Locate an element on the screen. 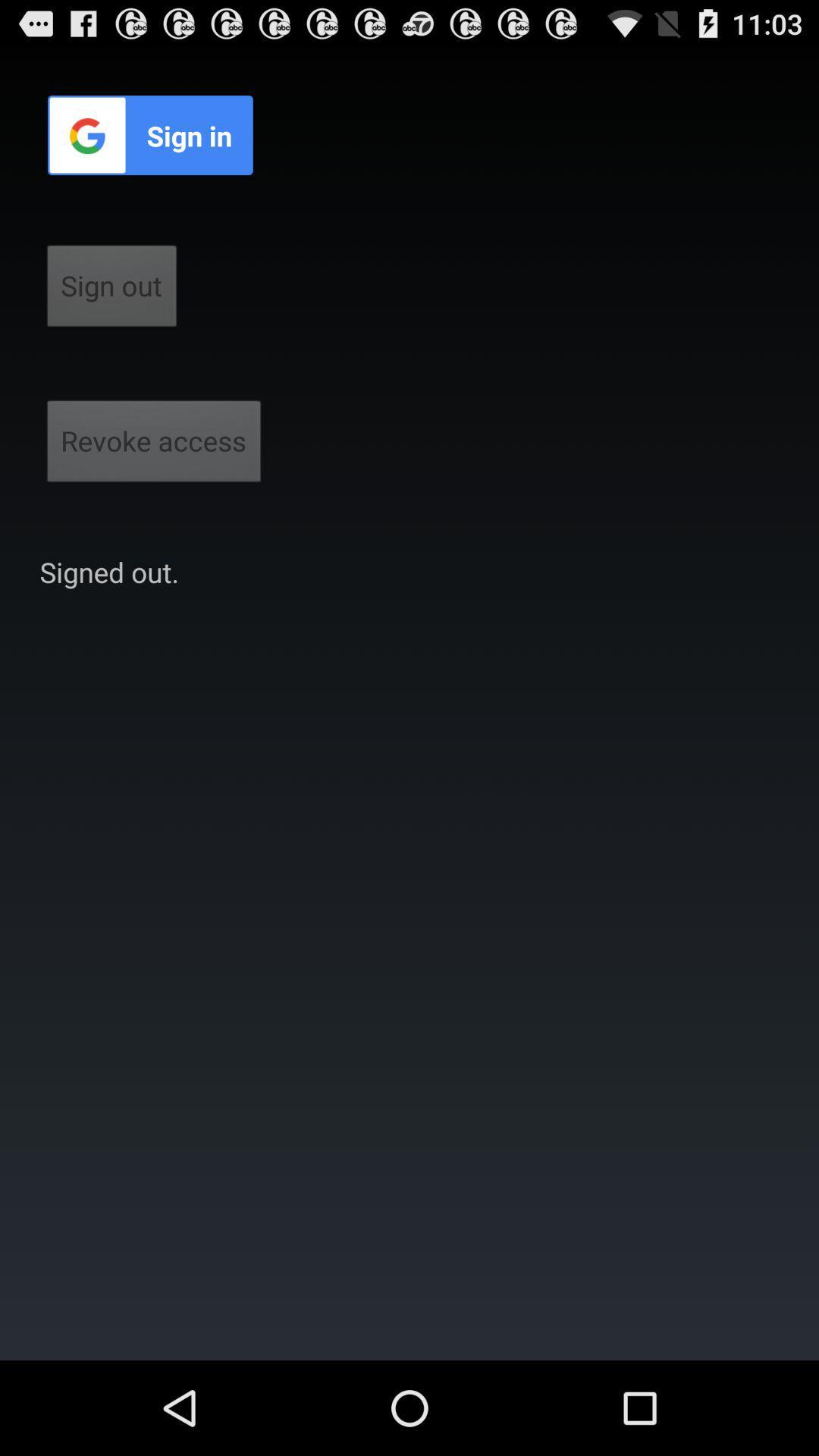 The width and height of the screenshot is (819, 1456). the app above the signed out. item is located at coordinates (154, 445).